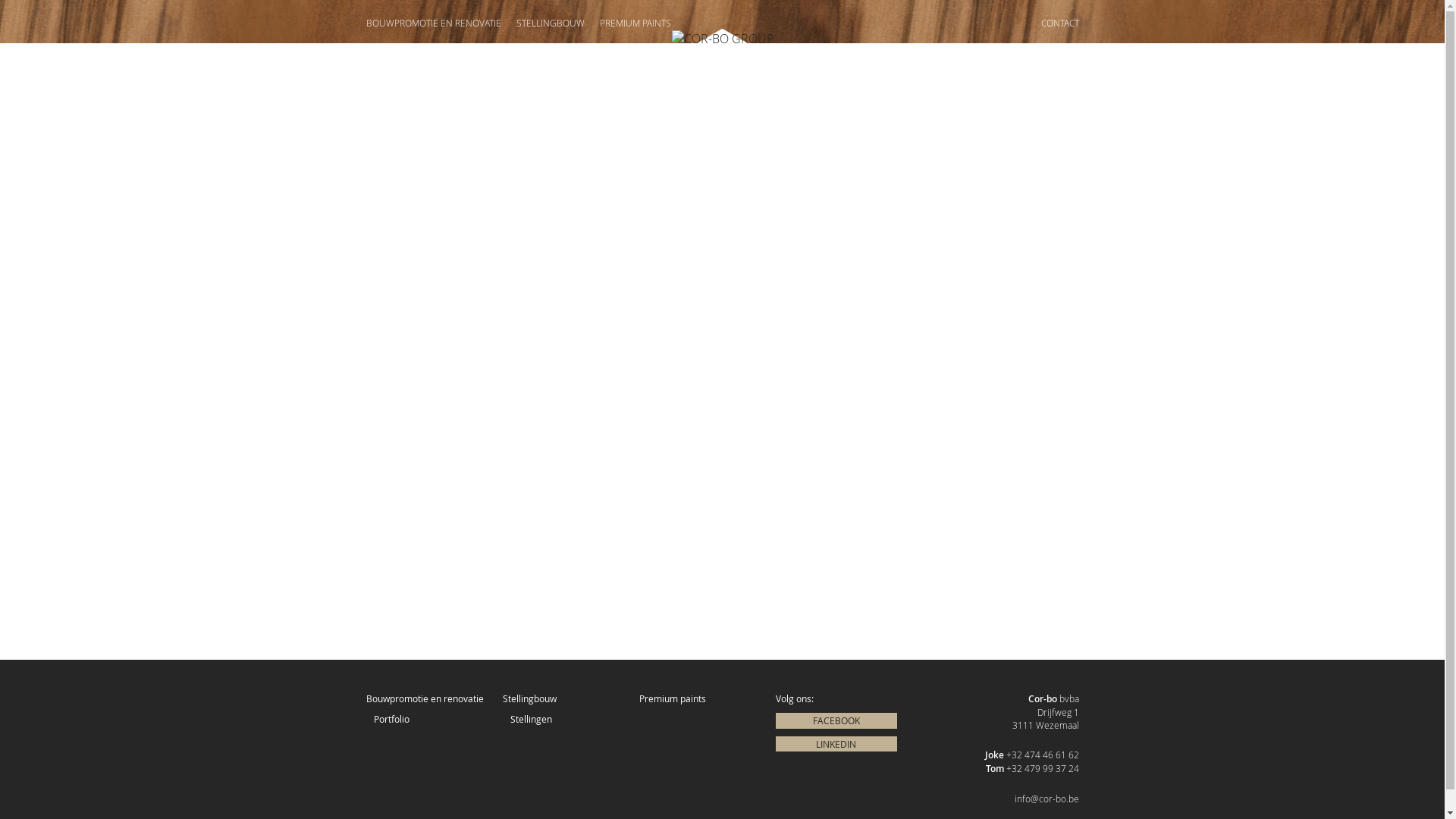 The height and width of the screenshot is (819, 1456). Describe the element at coordinates (1046, 798) in the screenshot. I see `'info@cor-bo.be'` at that location.